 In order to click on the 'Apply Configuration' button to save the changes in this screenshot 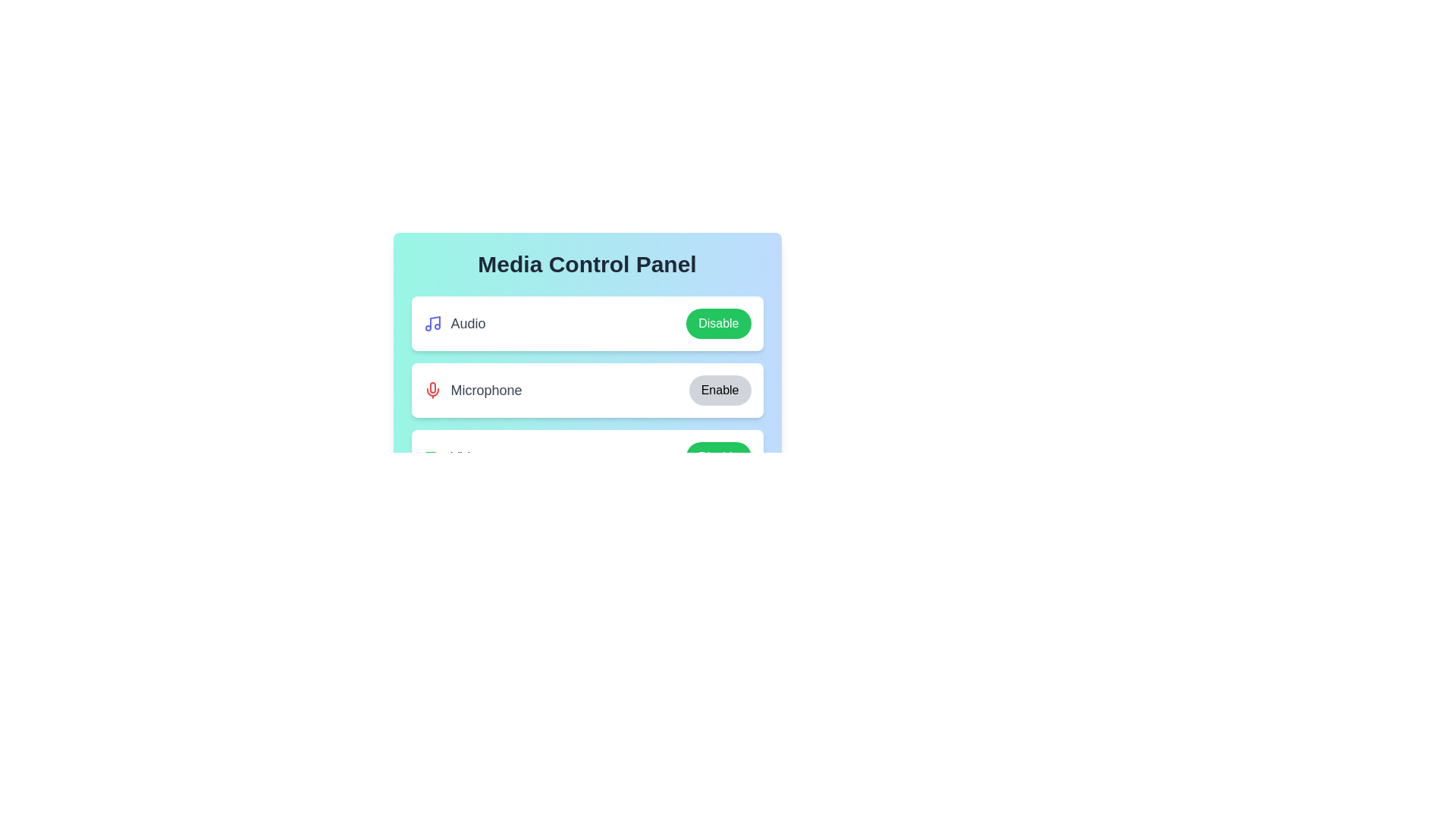, I will do `click(586, 516)`.